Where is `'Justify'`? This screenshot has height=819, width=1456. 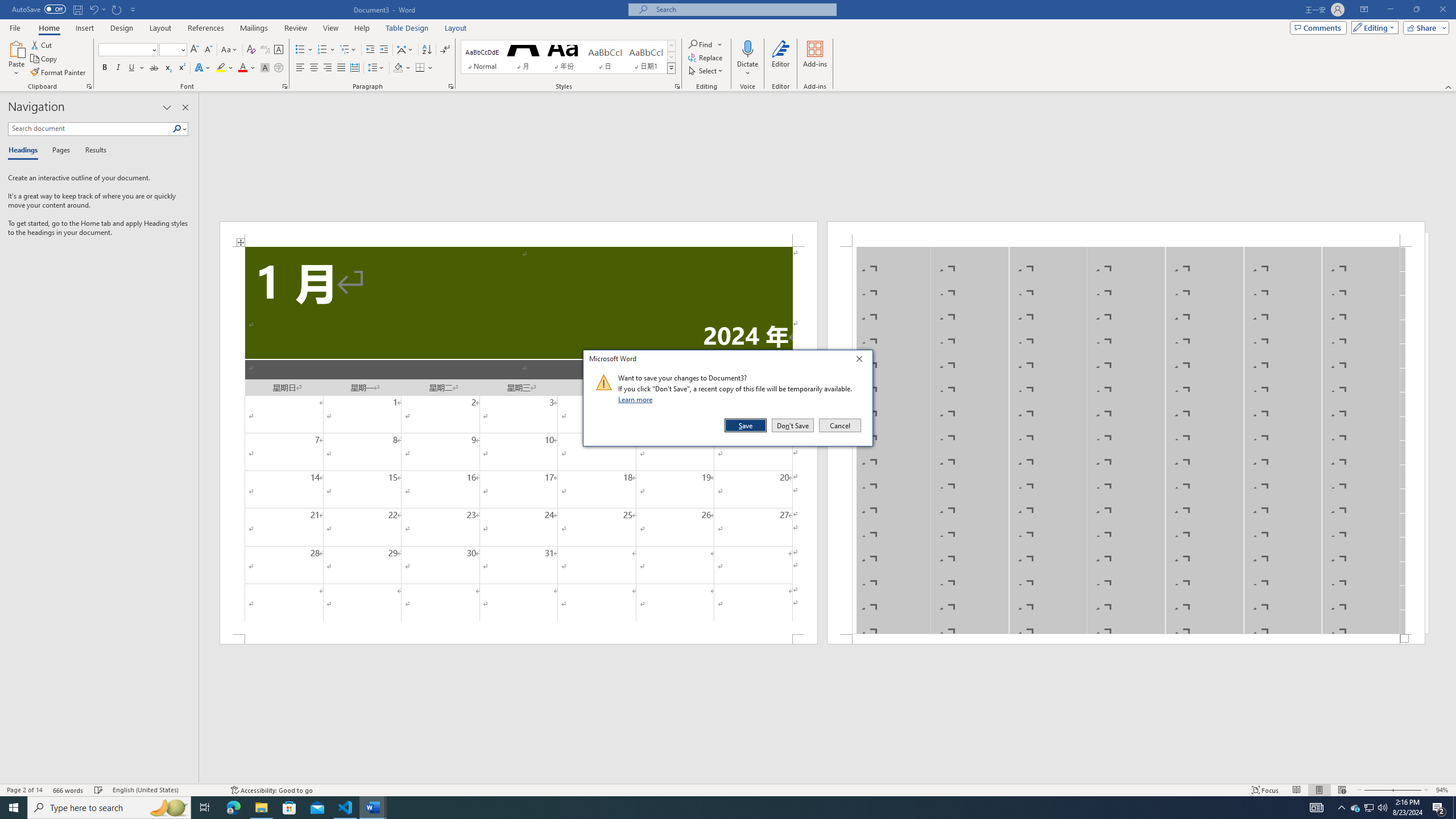
'Justify' is located at coordinates (341, 67).